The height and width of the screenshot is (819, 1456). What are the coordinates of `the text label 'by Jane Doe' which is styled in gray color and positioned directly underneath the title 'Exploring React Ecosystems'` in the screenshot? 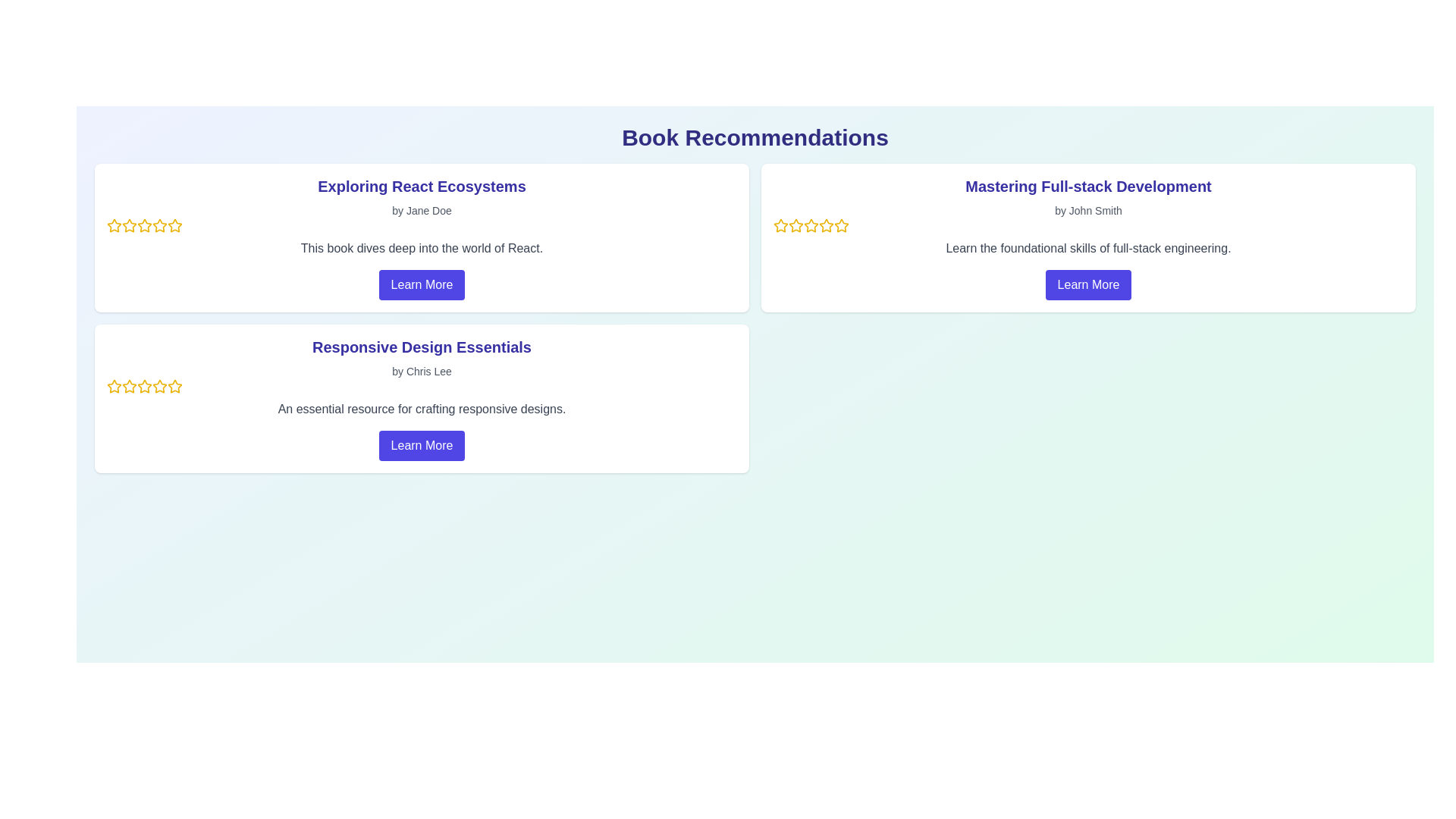 It's located at (422, 210).